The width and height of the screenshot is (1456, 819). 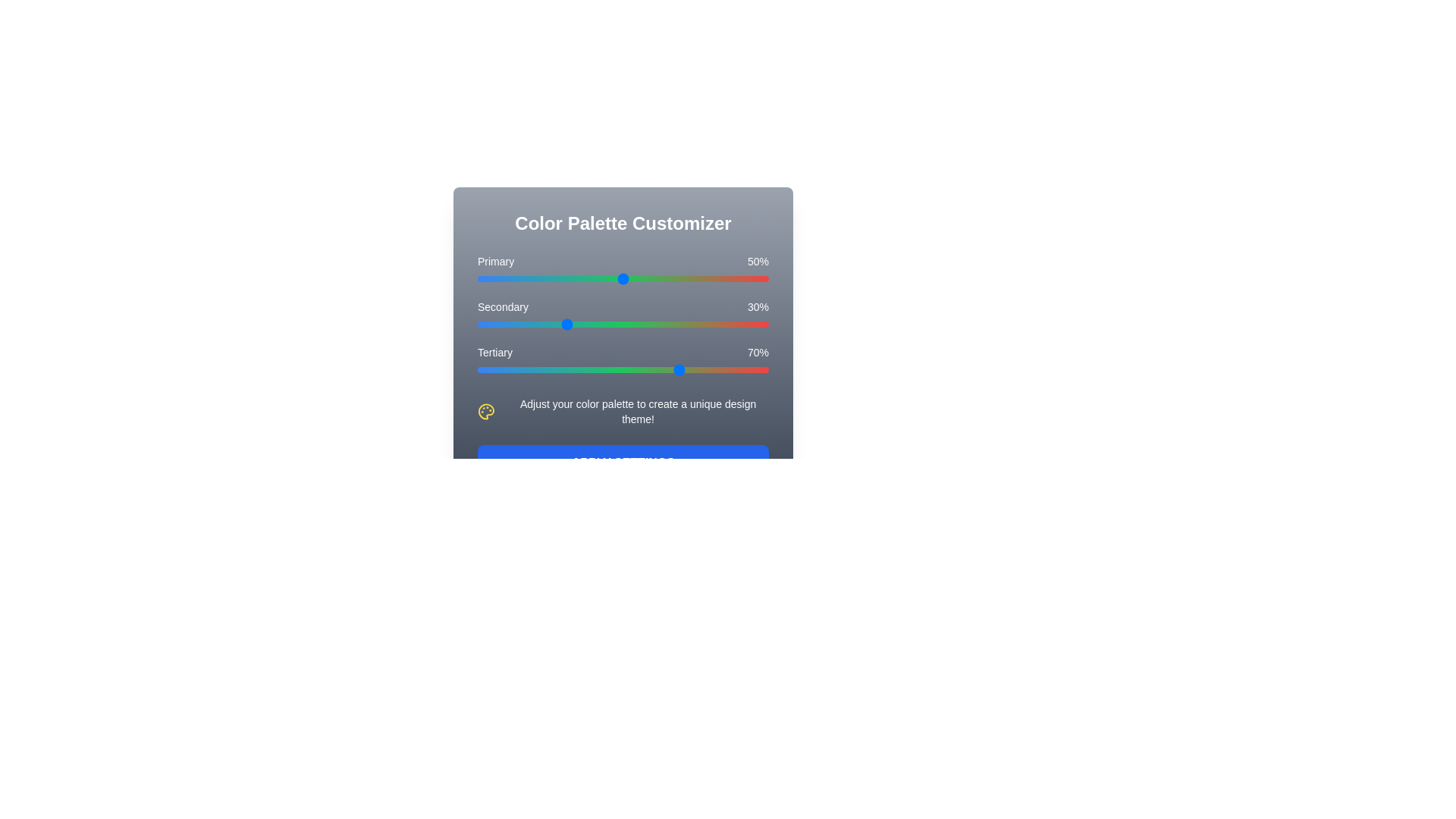 What do you see at coordinates (623, 270) in the screenshot?
I see `the slider handle of the 'Primary' range slider, which is a horizontal gradient slider transitioning from blue` at bounding box center [623, 270].